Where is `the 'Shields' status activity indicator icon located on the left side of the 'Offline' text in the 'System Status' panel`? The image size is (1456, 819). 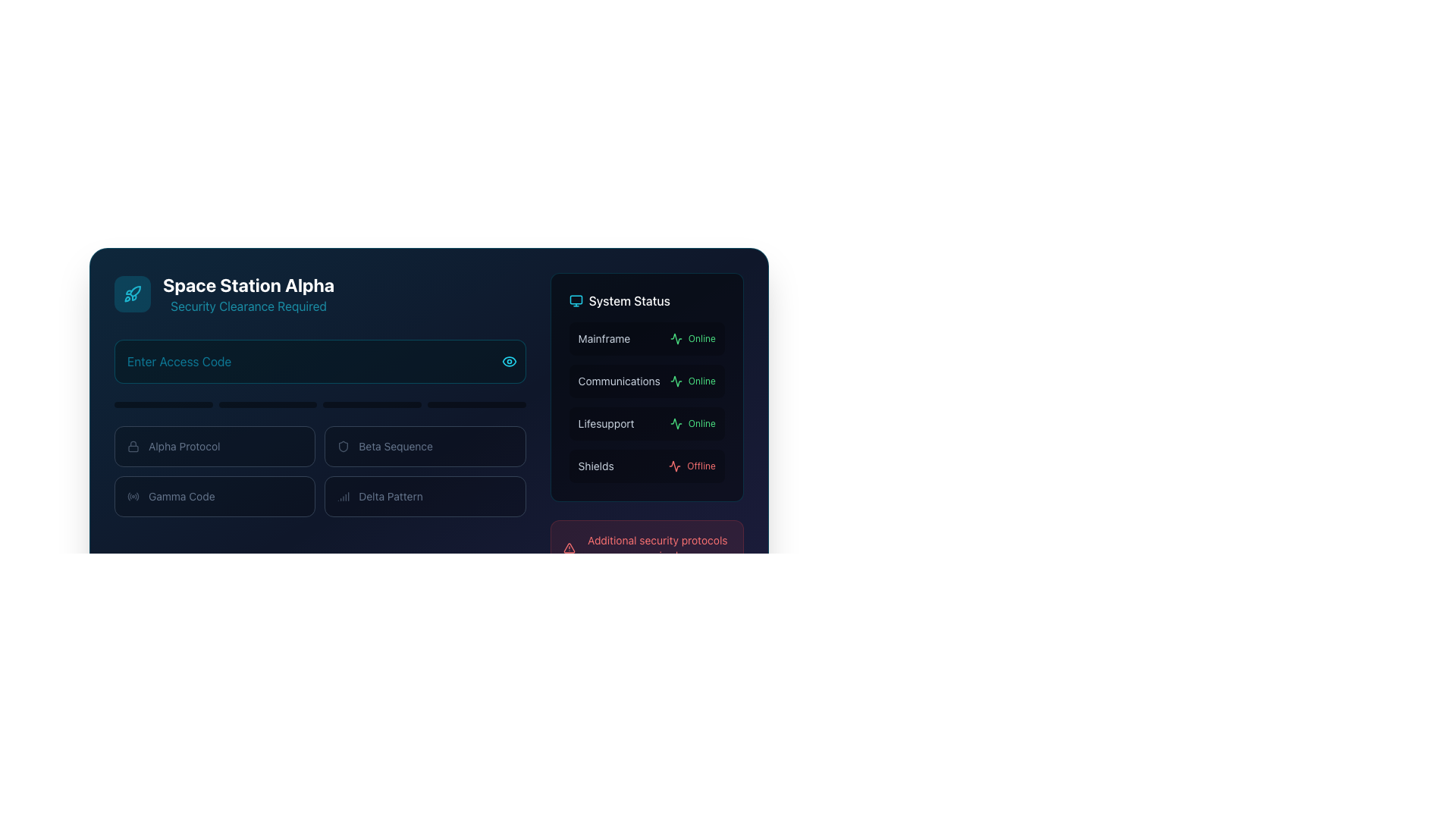
the 'Shields' status activity indicator icon located on the left side of the 'Offline' text in the 'System Status' panel is located at coordinates (674, 465).